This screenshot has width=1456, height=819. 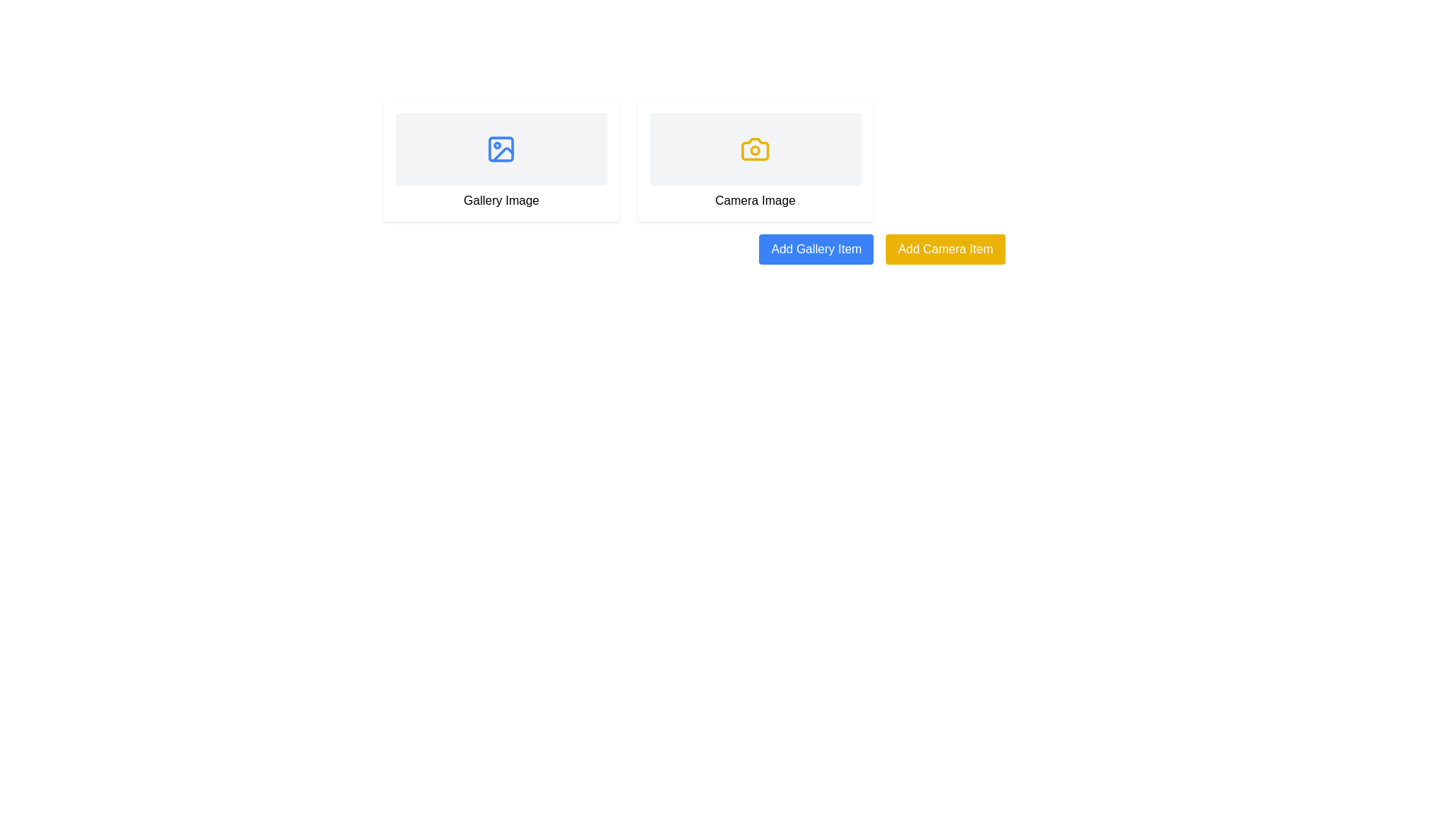 What do you see at coordinates (755, 149) in the screenshot?
I see `the camera icon, which is an outline styled with bold yellow strokes located at the center of the 'Camera Image' card, the second card from the left` at bounding box center [755, 149].